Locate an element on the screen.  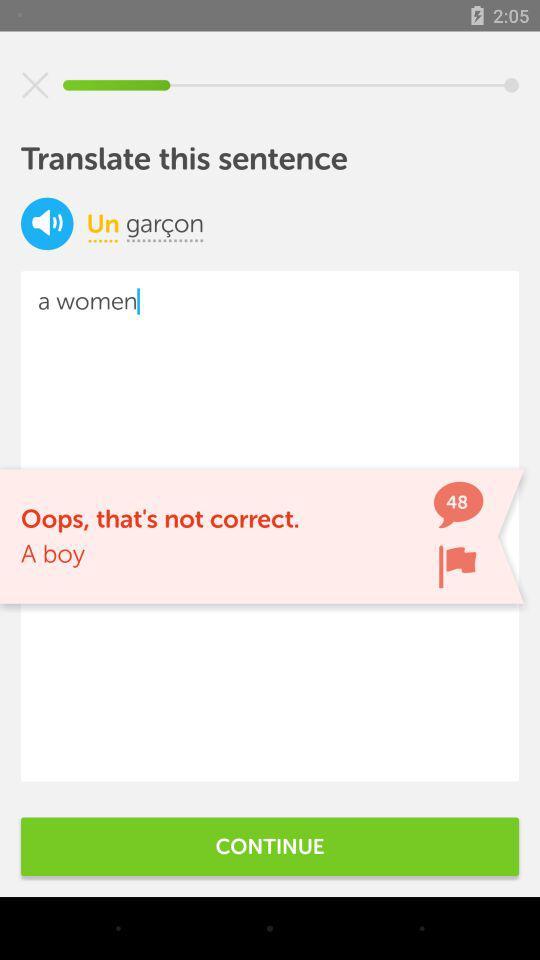
the icon below translate this sentence is located at coordinates (164, 223).